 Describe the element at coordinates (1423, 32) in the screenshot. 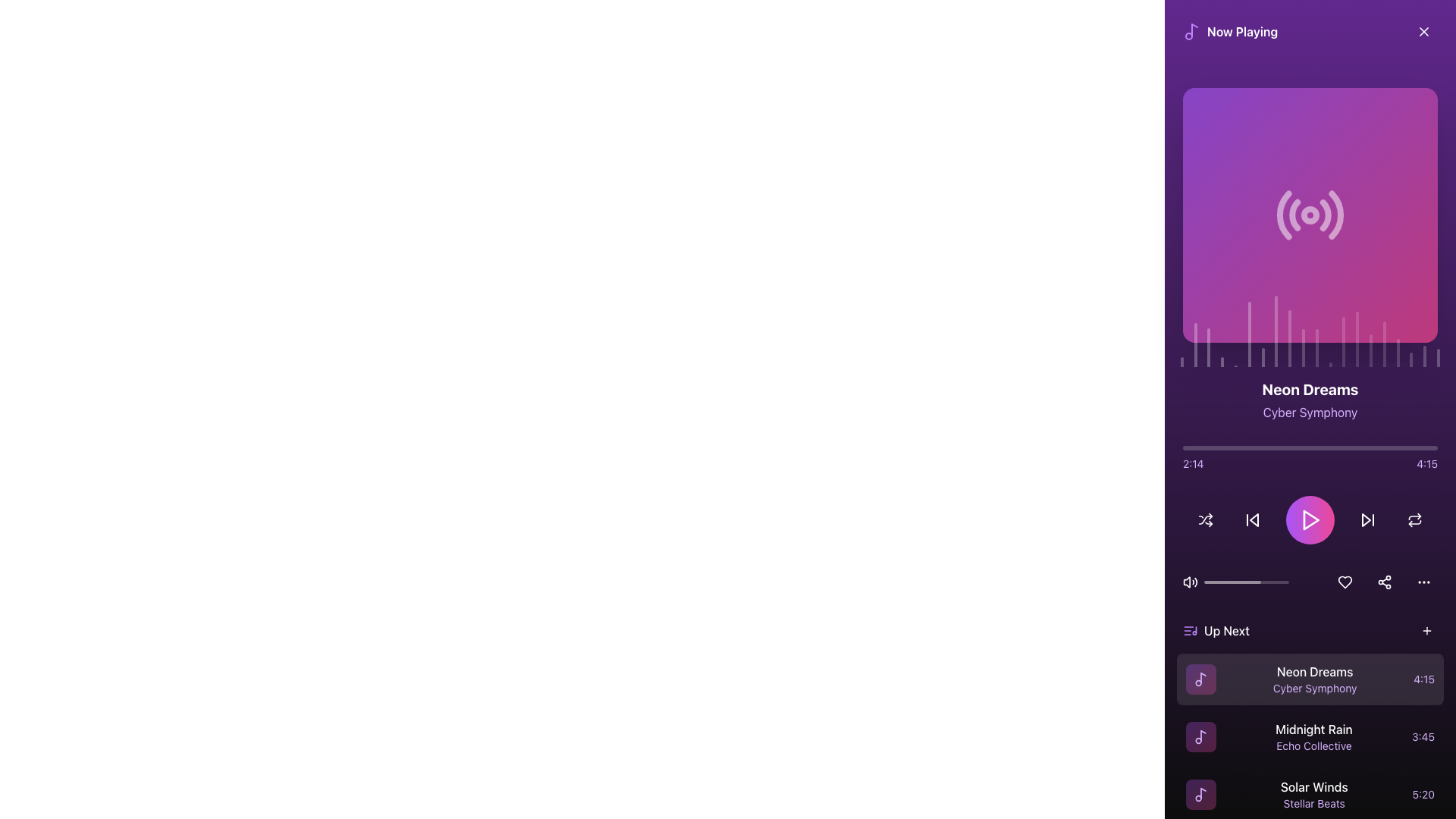

I see `the close button (X icon) located at the top-right corner of the purple interface panel` at that location.